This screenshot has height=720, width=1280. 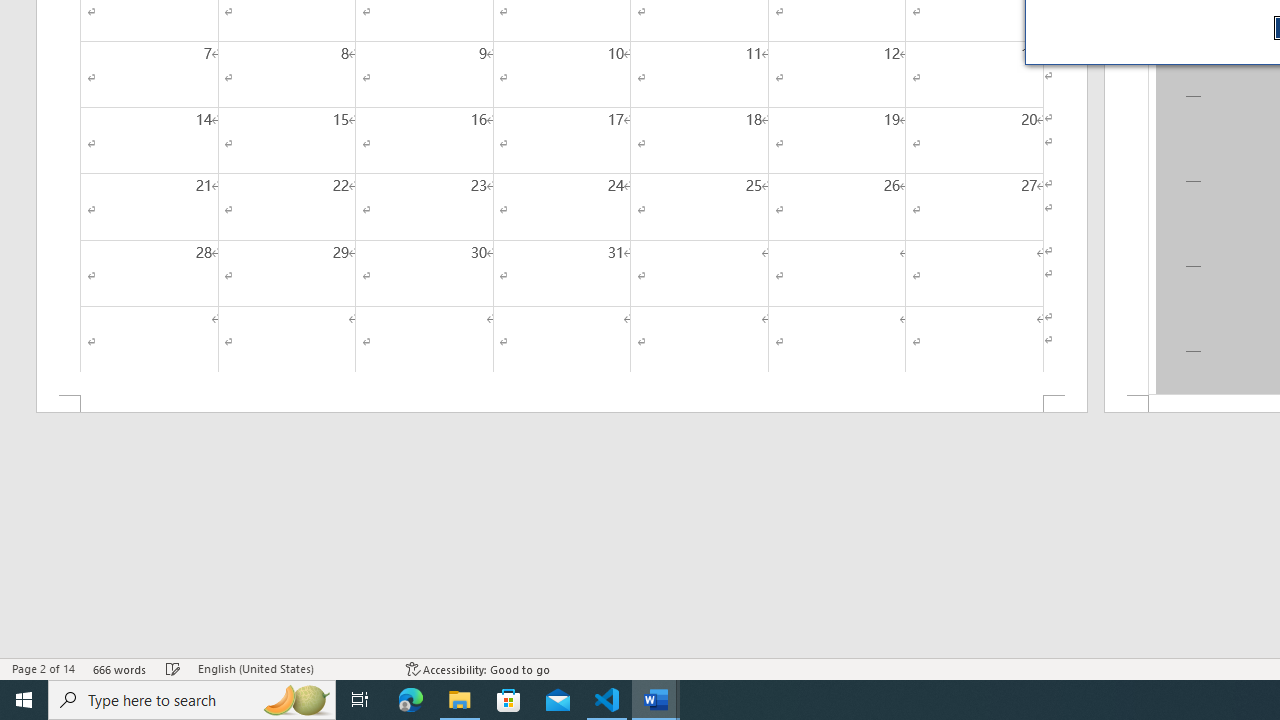 I want to click on 'File Explorer - 1 running window', so click(x=459, y=698).